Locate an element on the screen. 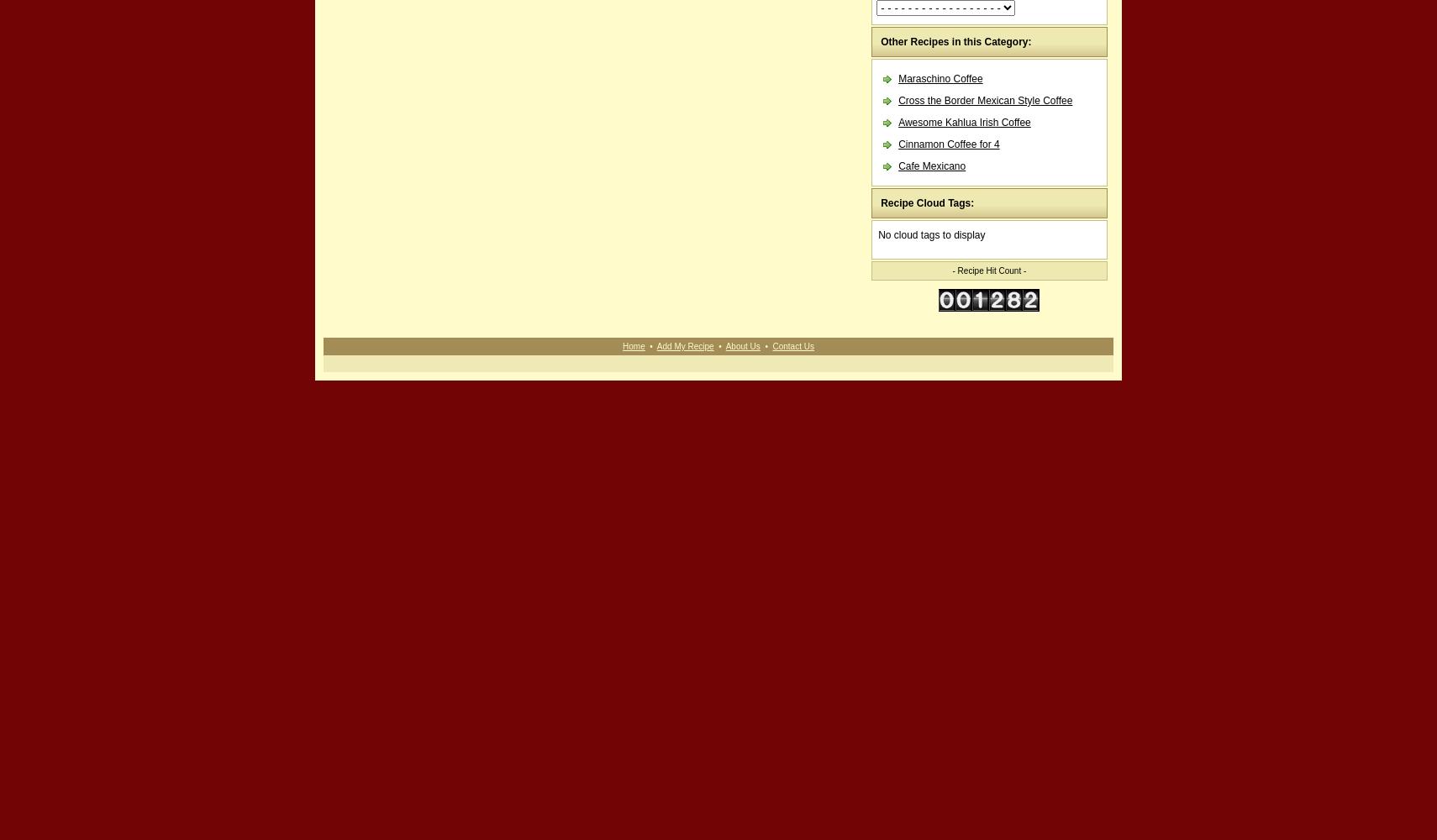 Image resolution: width=1437 pixels, height=840 pixels. 'About Us' is located at coordinates (741, 346).